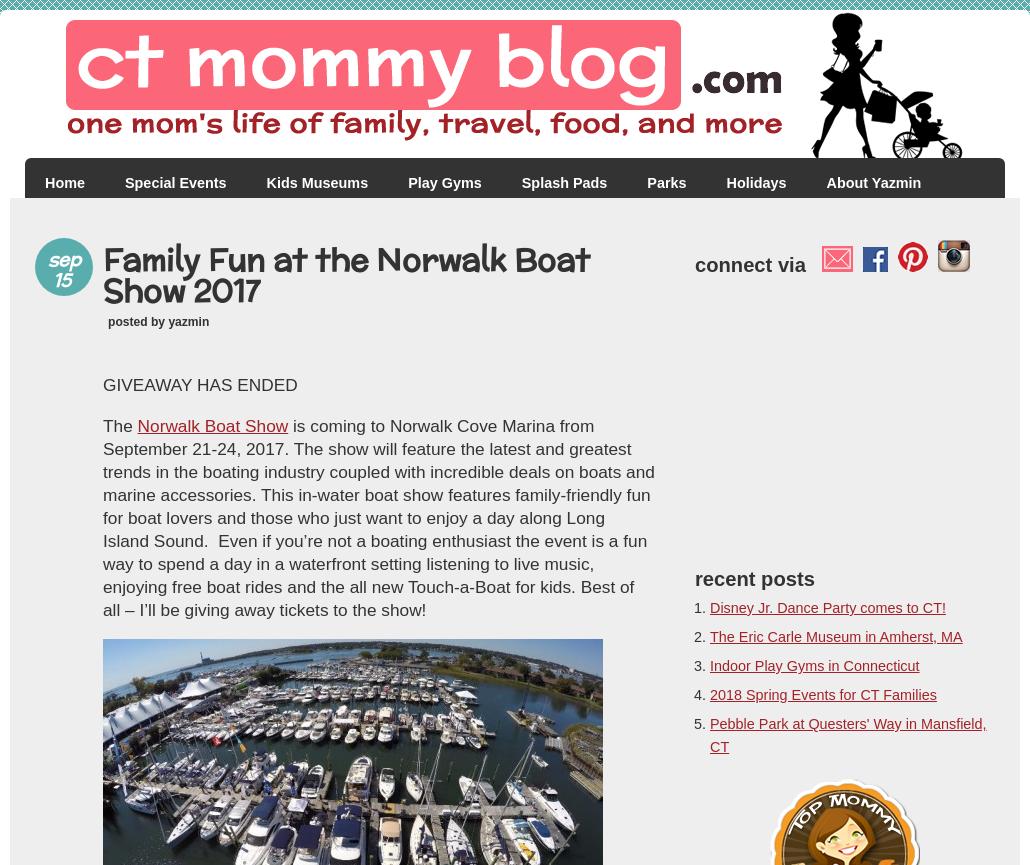 This screenshot has width=1030, height=865. What do you see at coordinates (212, 424) in the screenshot?
I see `'Norwalk Boat Show'` at bounding box center [212, 424].